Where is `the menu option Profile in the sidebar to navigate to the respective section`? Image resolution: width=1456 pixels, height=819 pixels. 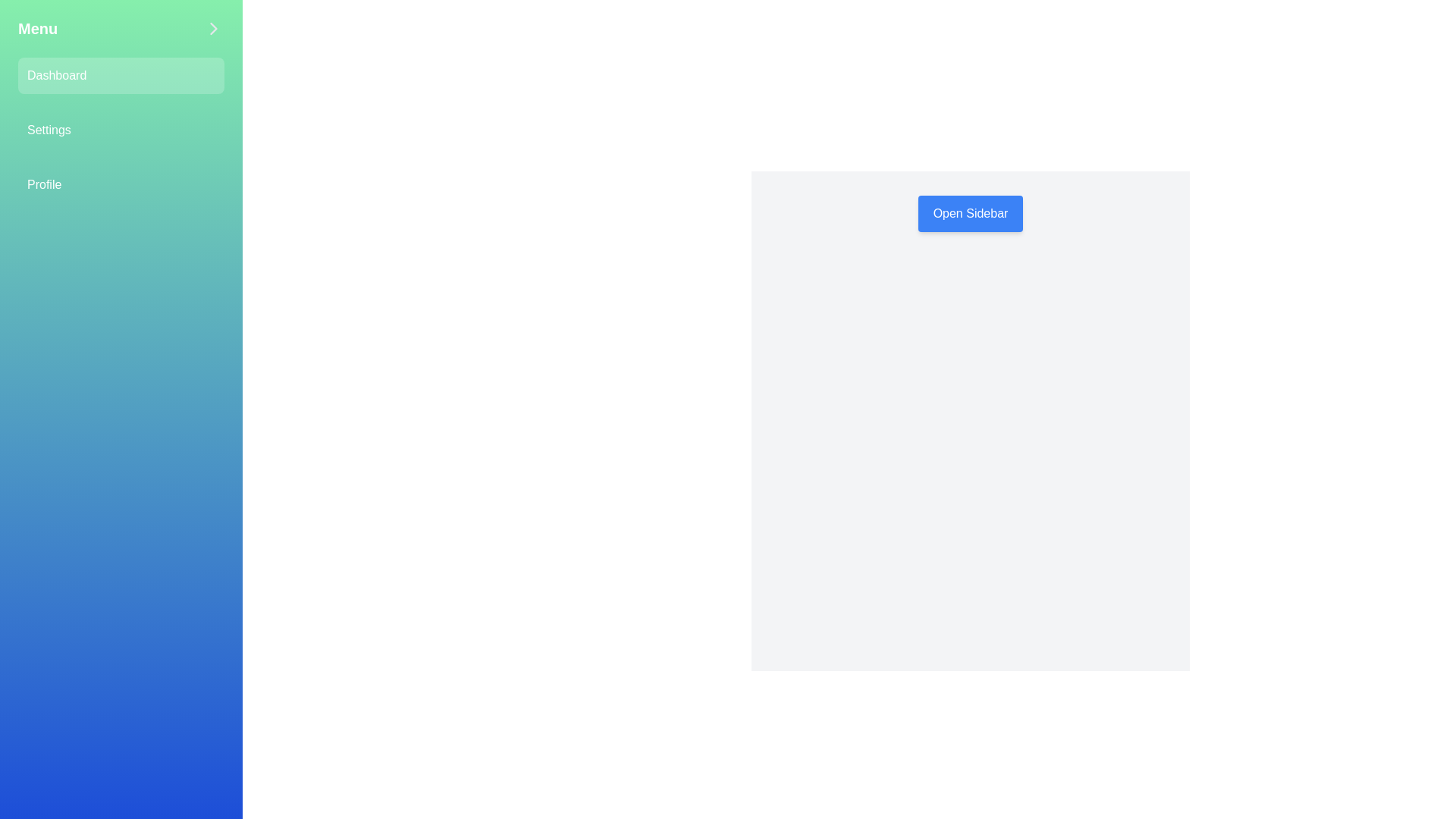
the menu option Profile in the sidebar to navigate to the respective section is located at coordinates (120, 184).